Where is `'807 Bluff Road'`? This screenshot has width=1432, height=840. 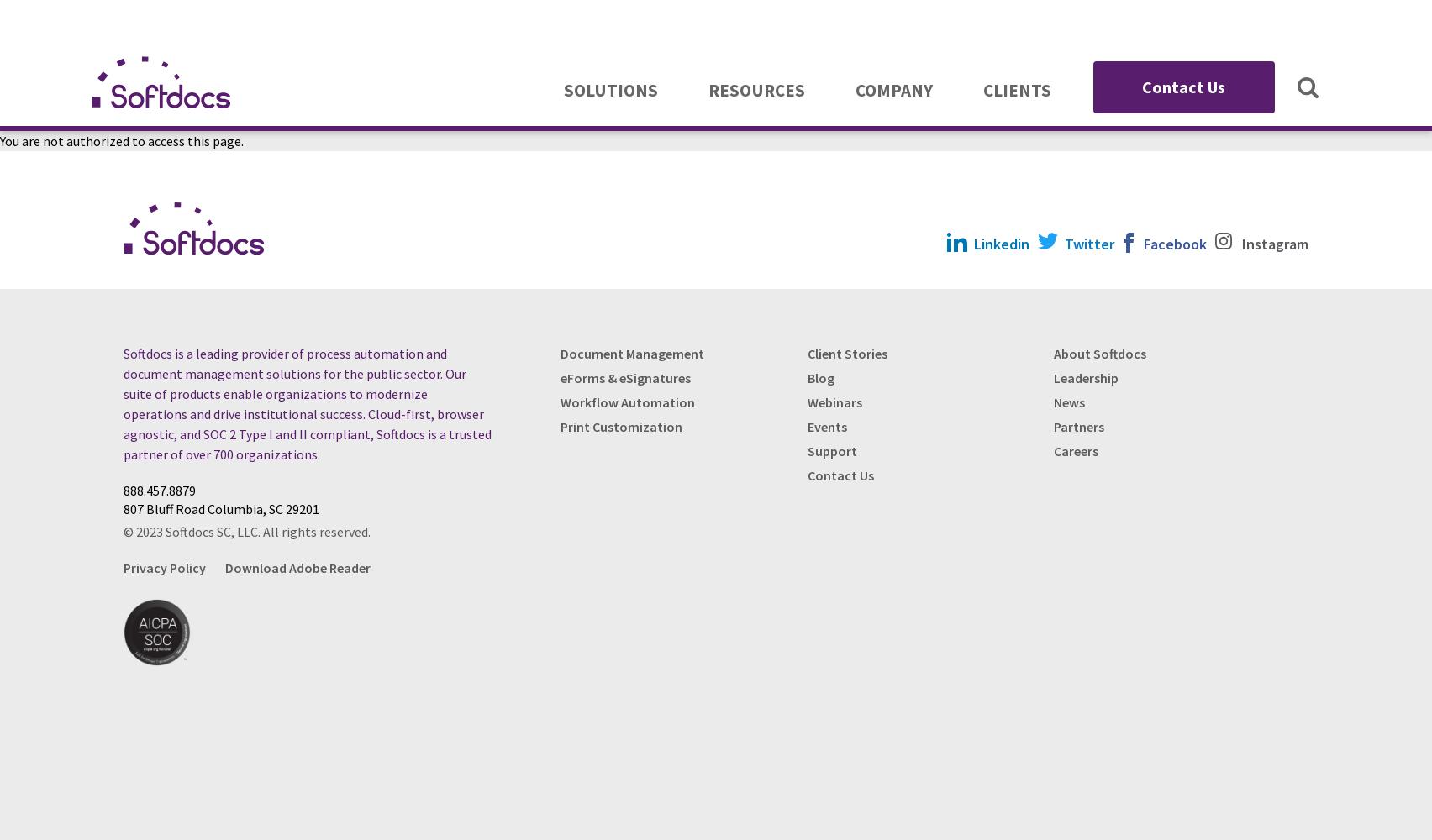 '807 Bluff Road' is located at coordinates (164, 507).